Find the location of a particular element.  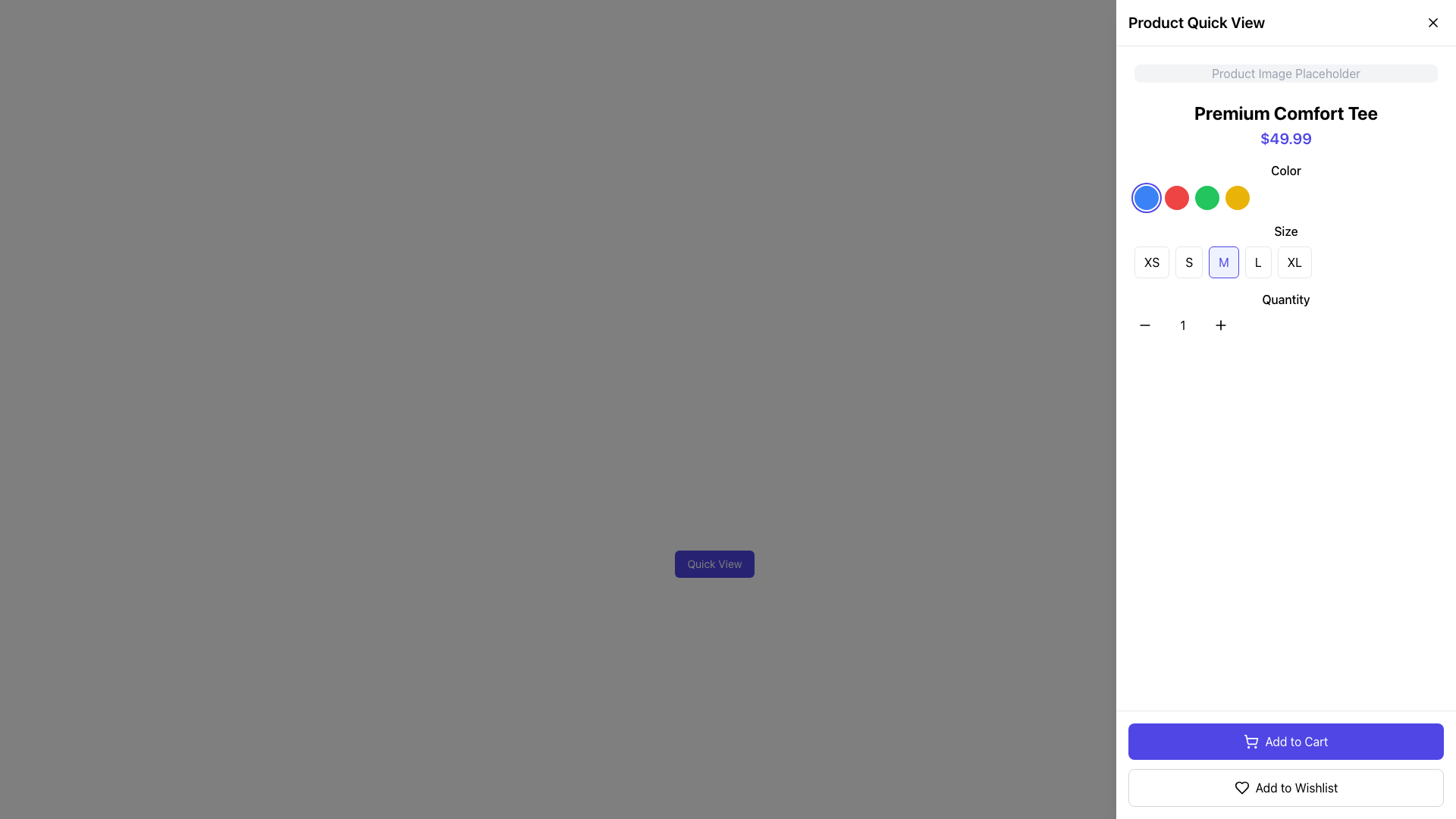

the 'XL' size selection button located in the product quick-view section is located at coordinates (1294, 262).